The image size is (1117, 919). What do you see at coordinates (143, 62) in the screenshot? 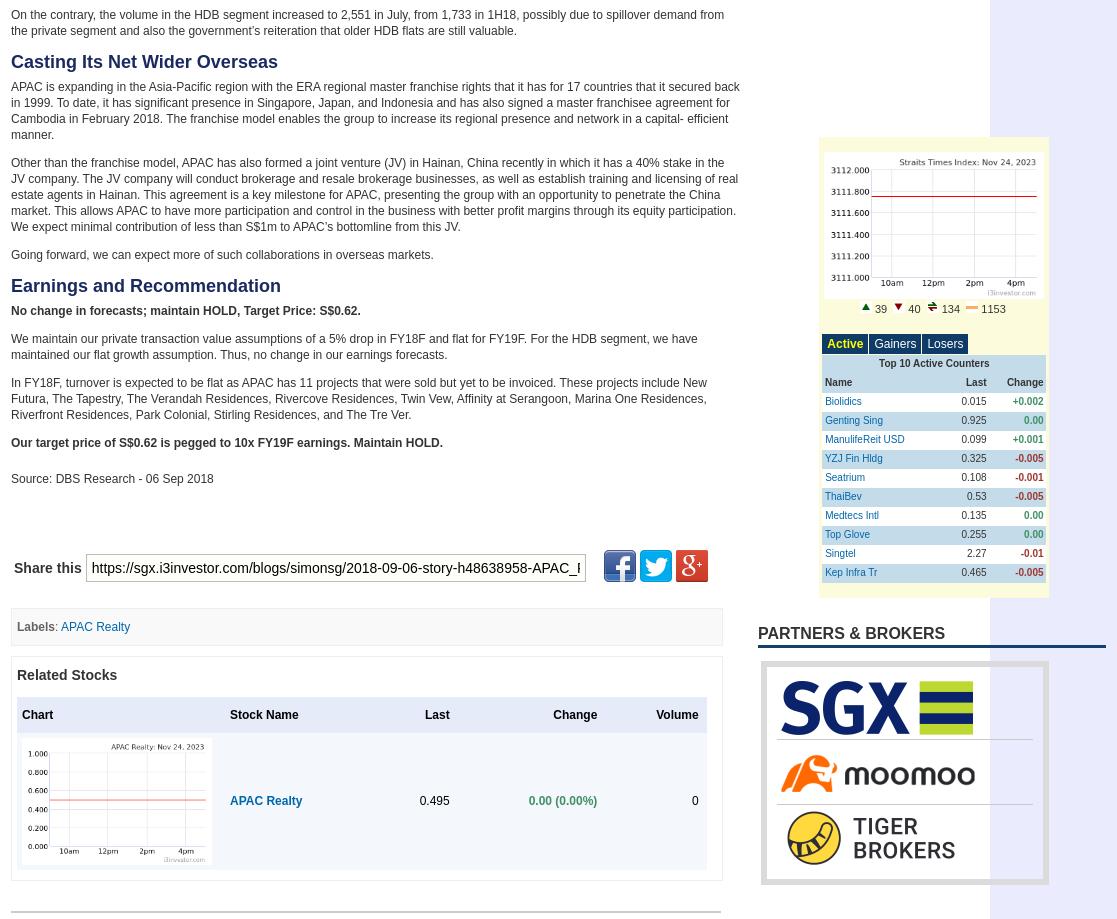
I see `'Casting Its Net Wider Overseas'` at bounding box center [143, 62].